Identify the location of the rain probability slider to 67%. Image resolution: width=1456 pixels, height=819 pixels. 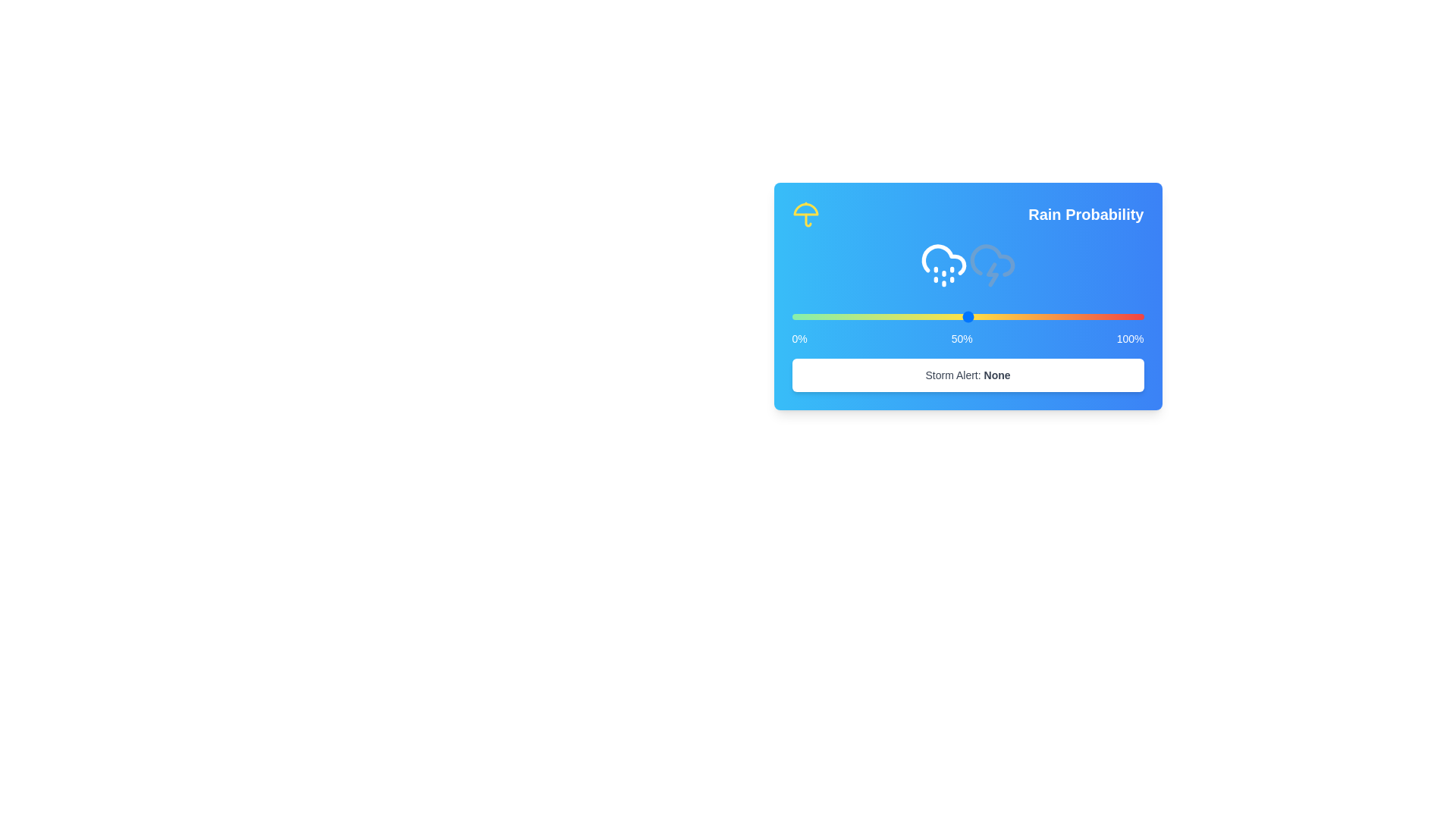
(1028, 315).